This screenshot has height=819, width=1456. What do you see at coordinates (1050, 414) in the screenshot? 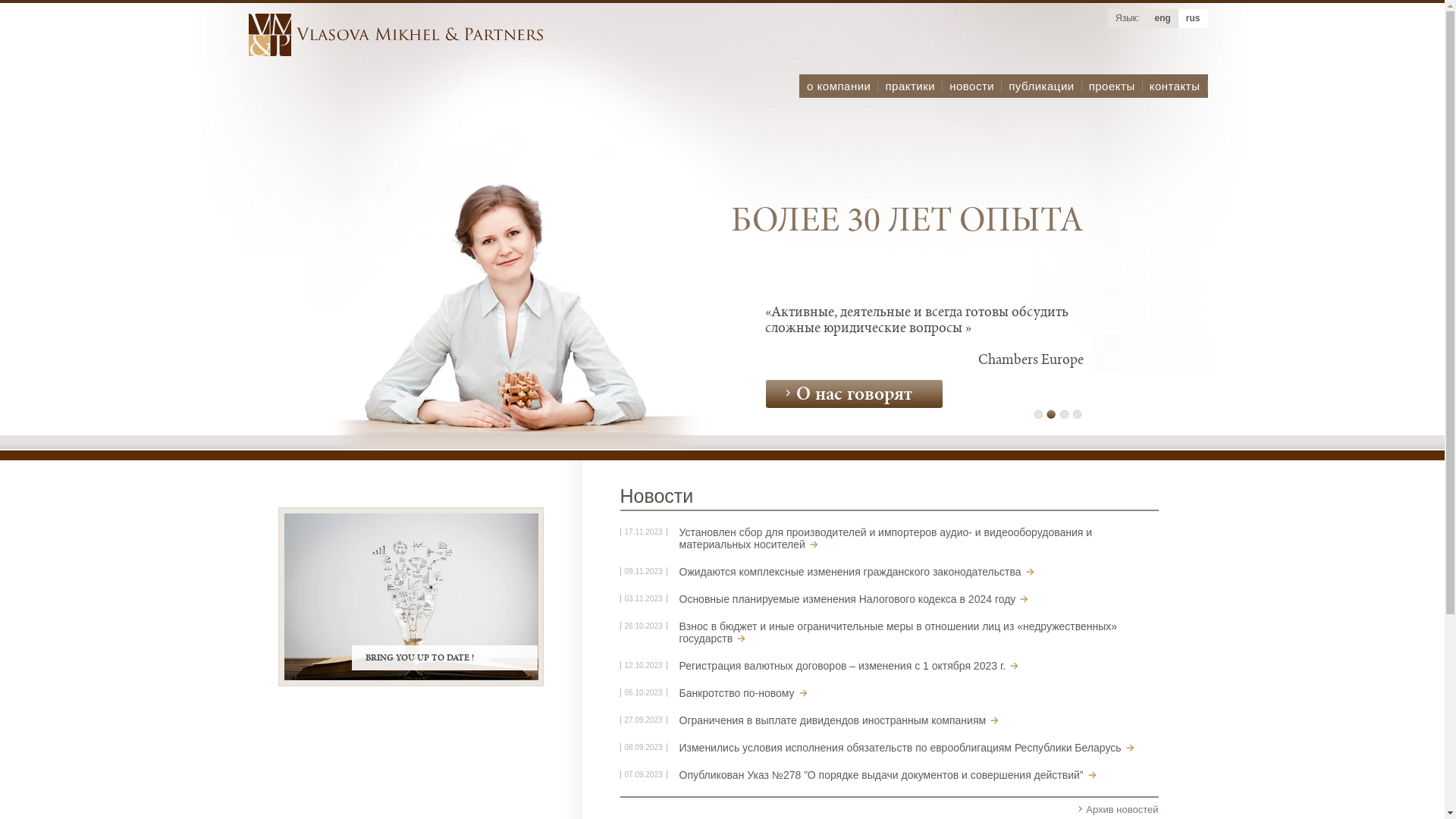
I see `'2'` at bounding box center [1050, 414].